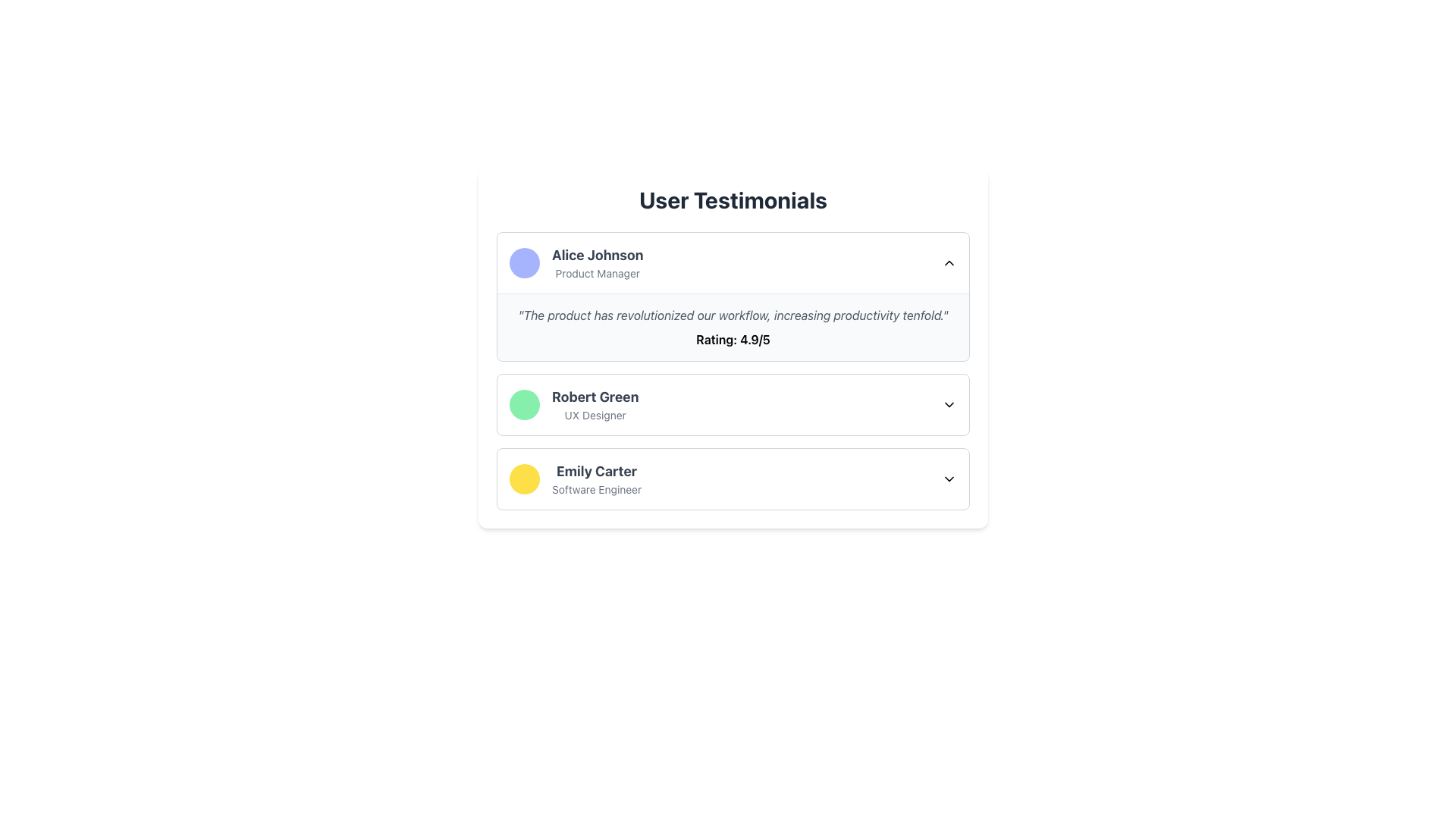  I want to click on User profile display for 'Alice Johnson', which features a rounded light purple avatar and the title 'Product Manager' beneath it, located in the 'User Testimonials' section, so click(576, 262).